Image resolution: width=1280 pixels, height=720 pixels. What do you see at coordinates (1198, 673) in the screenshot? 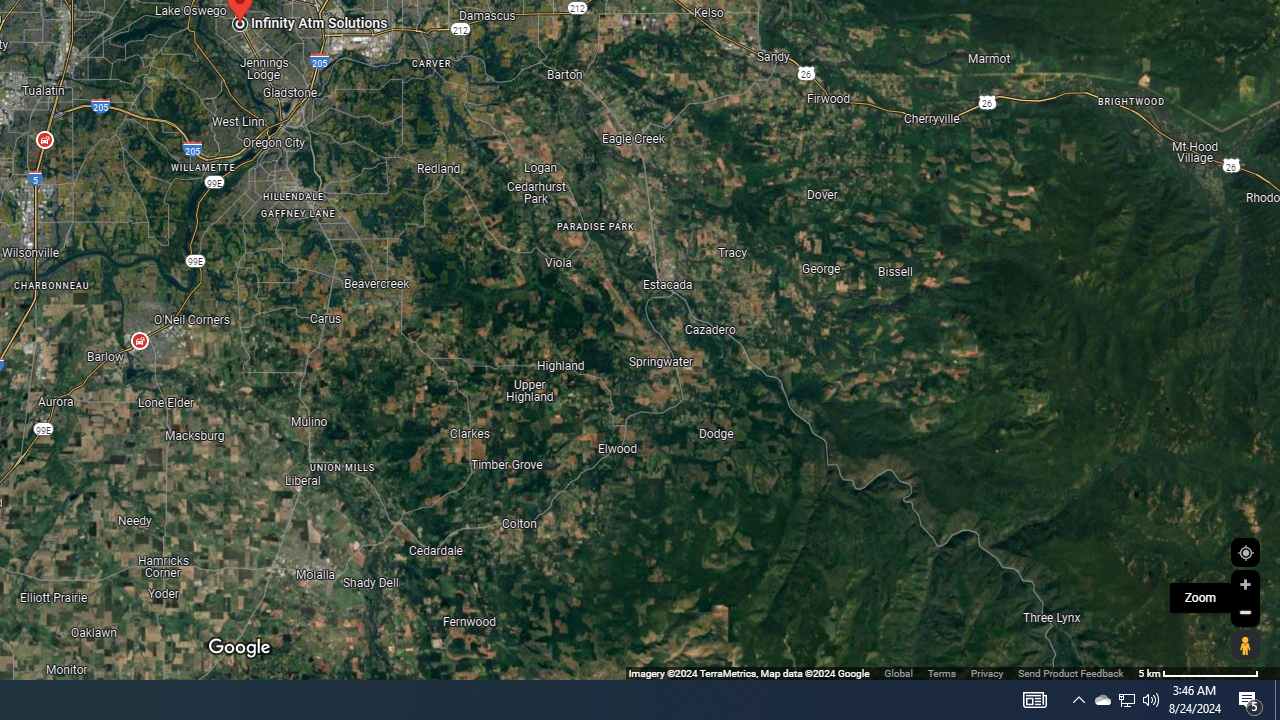
I see `'500 m'` at bounding box center [1198, 673].